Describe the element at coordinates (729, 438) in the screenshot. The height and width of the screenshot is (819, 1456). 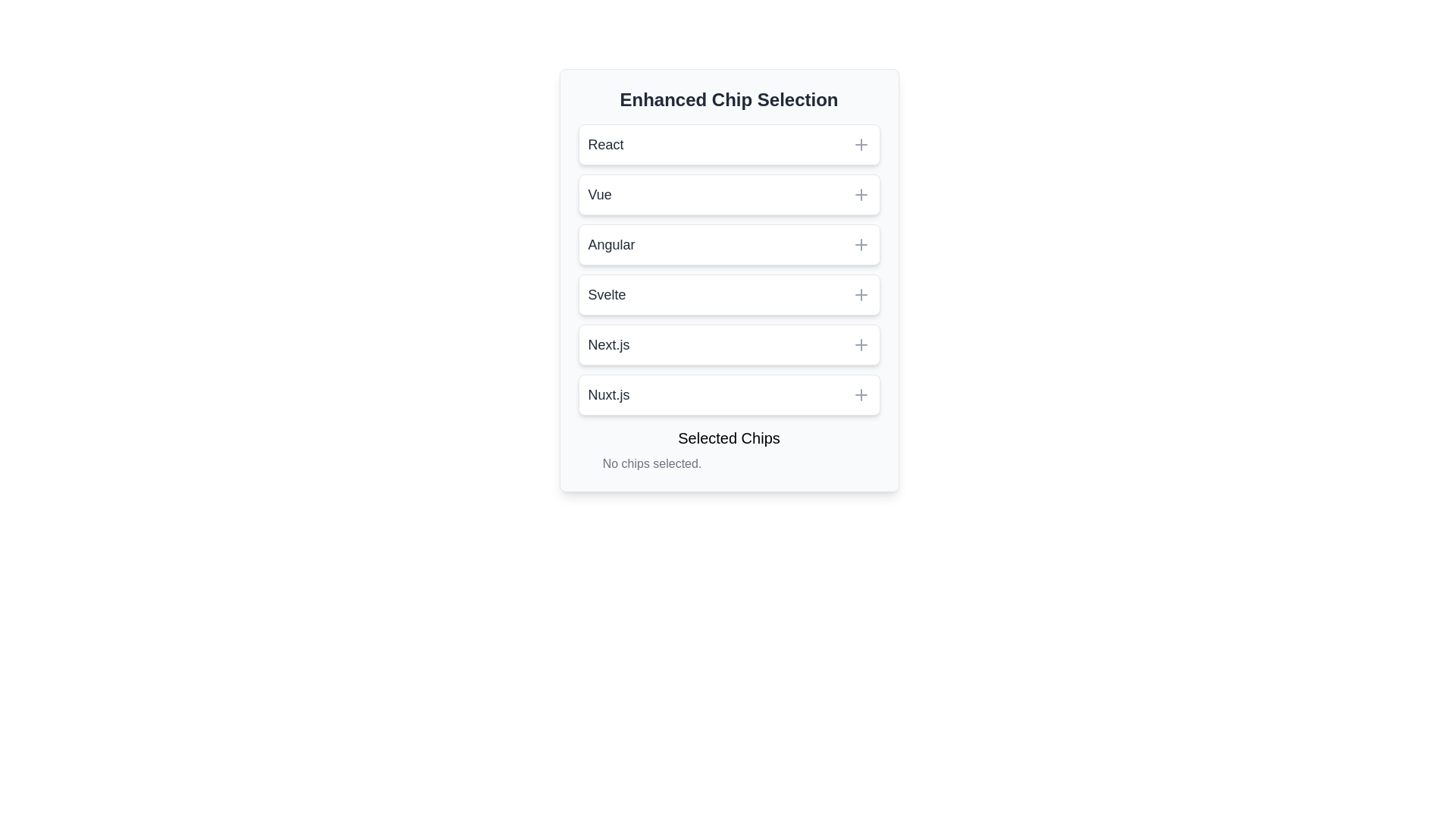
I see `the 'Selected Chips' section heading text label, which is centrally aligned above the text 'No chips selected.'` at that location.